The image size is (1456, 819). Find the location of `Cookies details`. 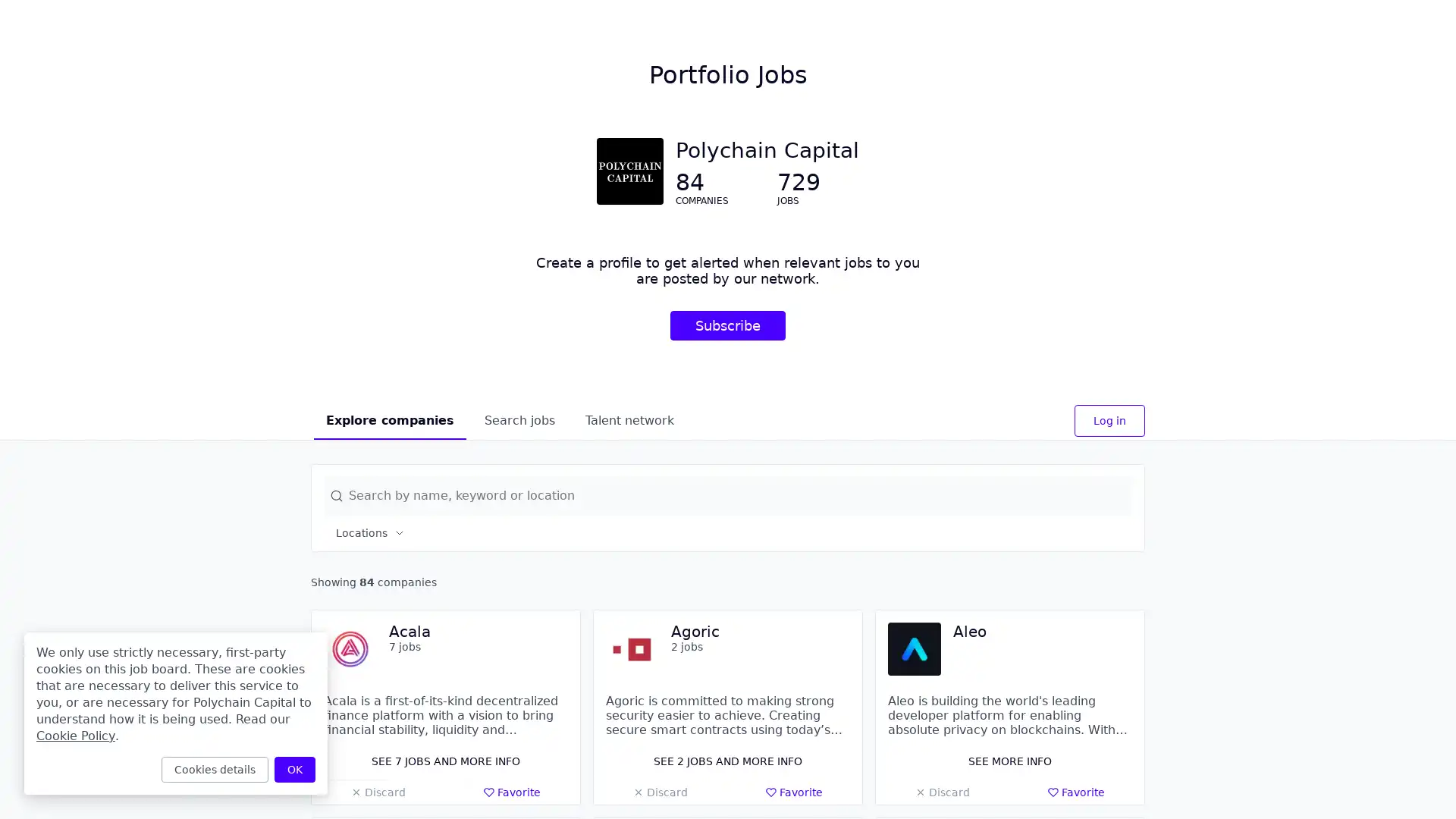

Cookies details is located at coordinates (214, 769).